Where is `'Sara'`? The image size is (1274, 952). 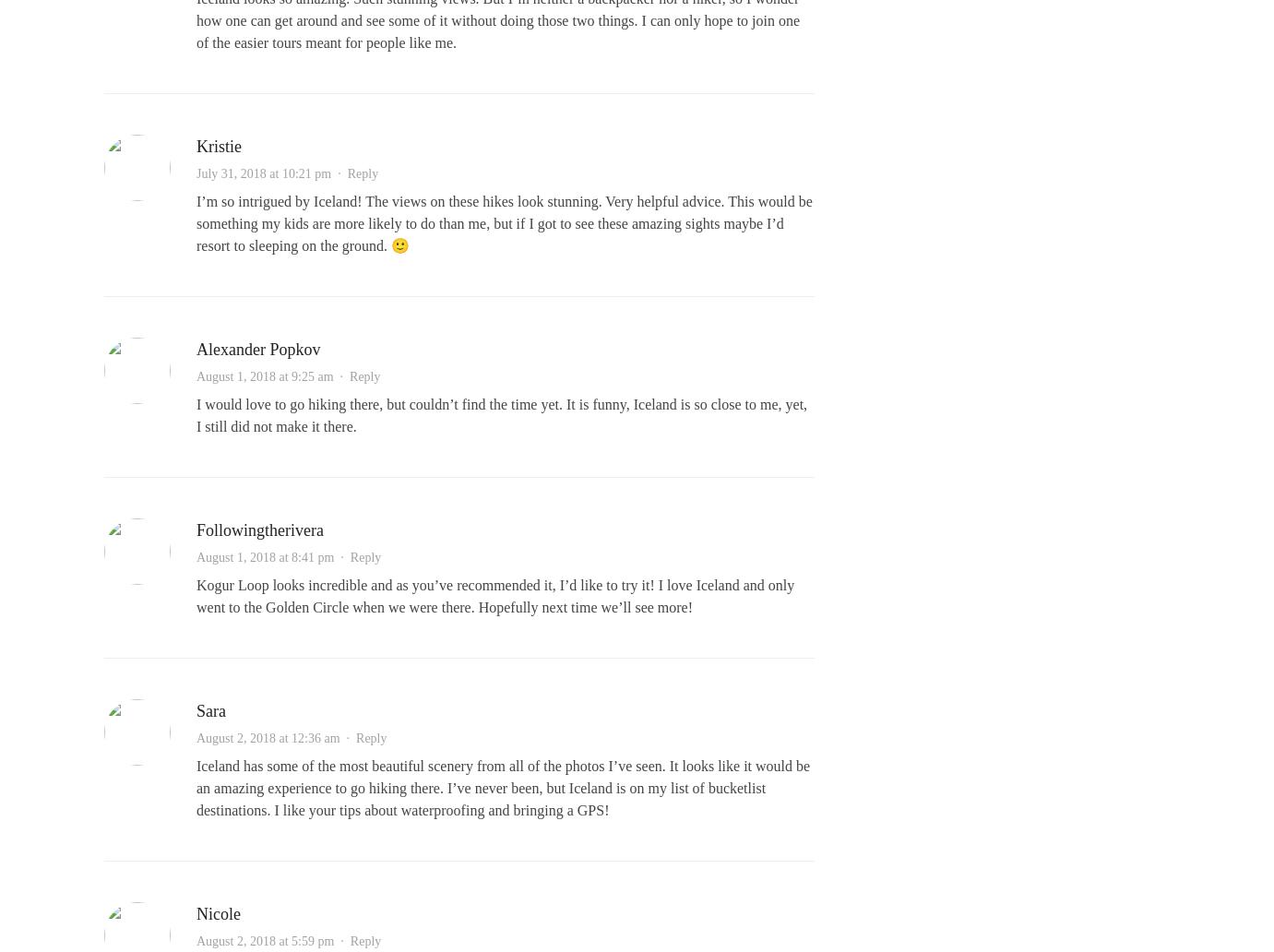 'Sara' is located at coordinates (209, 710).